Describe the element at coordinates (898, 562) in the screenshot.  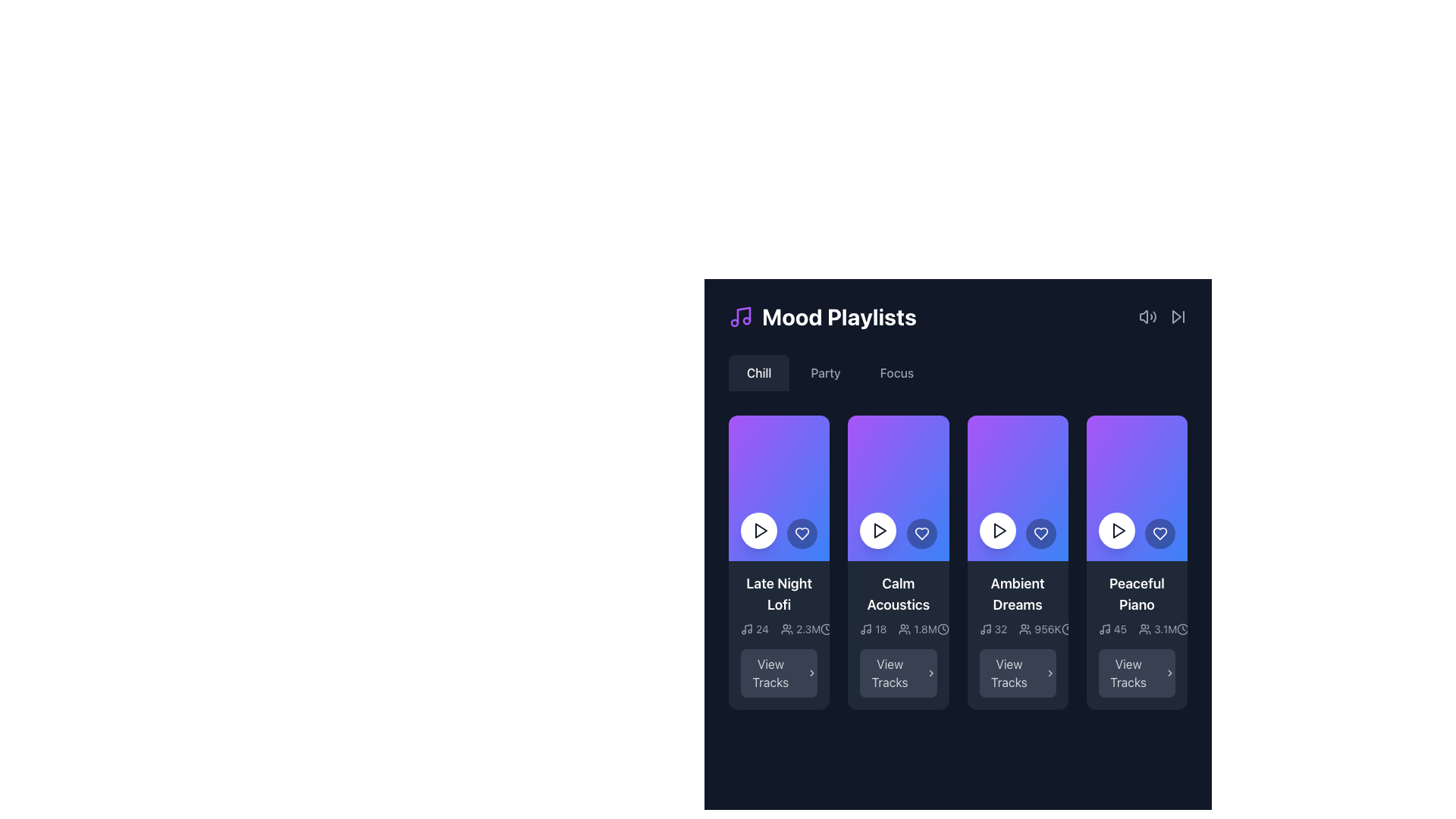
I see `the 'Calm Acoustics' playlist card in the grid layout to provide visual feedback on interactive items` at that location.